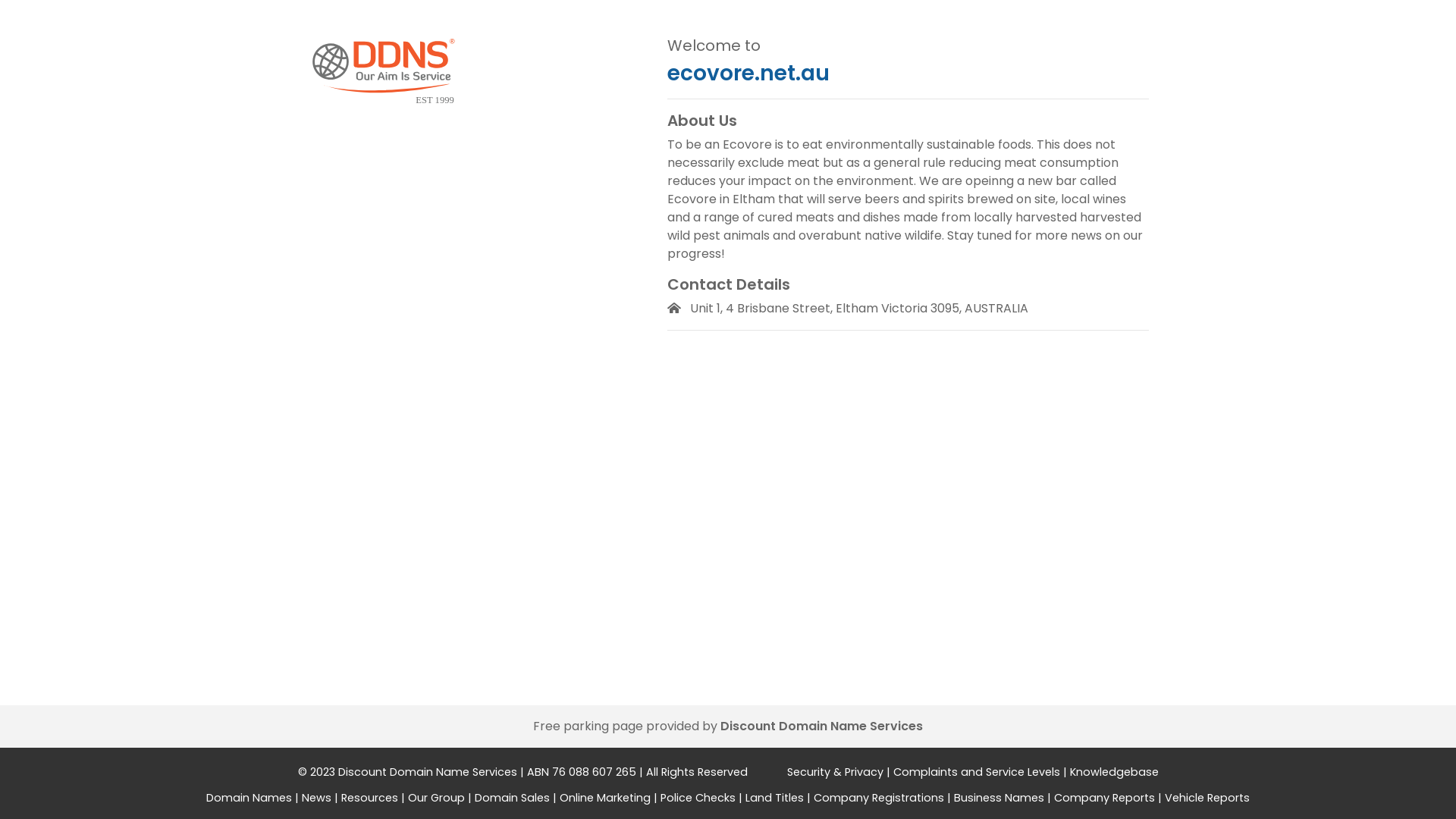  Describe the element at coordinates (1113, 772) in the screenshot. I see `'Knowledgebase'` at that location.